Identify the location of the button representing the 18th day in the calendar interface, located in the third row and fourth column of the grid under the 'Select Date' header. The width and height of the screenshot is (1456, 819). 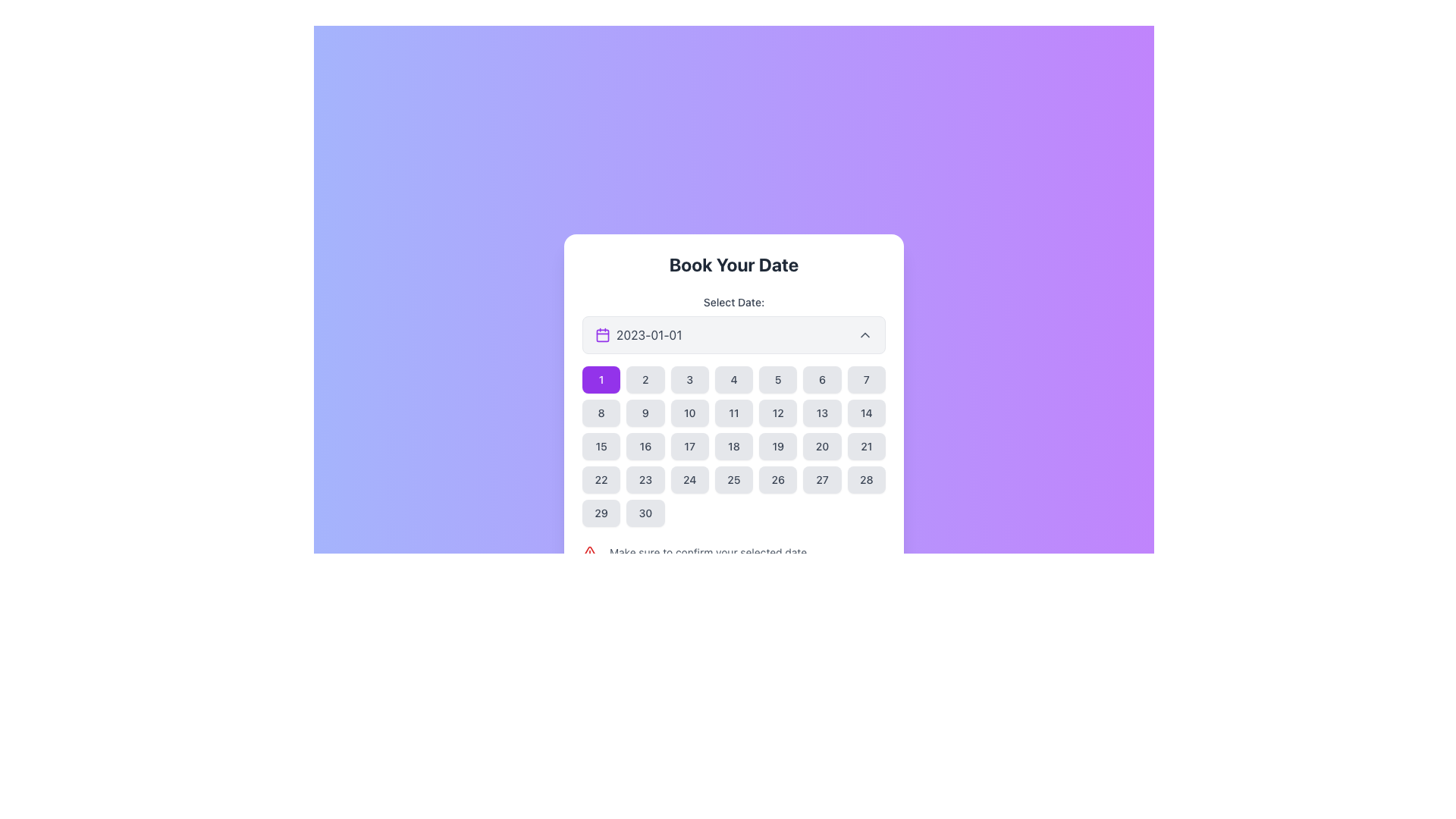
(734, 446).